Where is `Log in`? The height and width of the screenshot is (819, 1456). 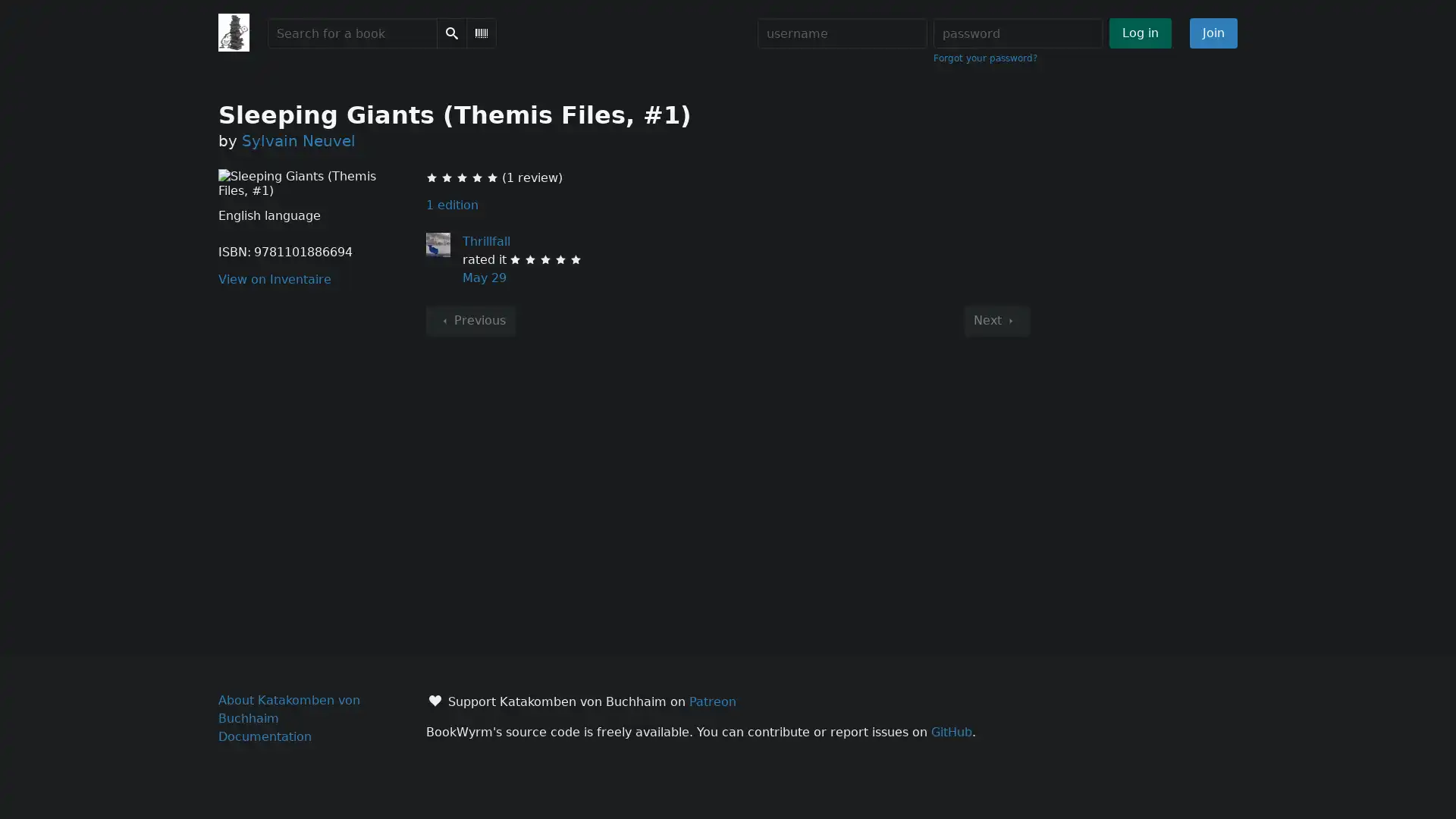 Log in is located at coordinates (1139, 33).